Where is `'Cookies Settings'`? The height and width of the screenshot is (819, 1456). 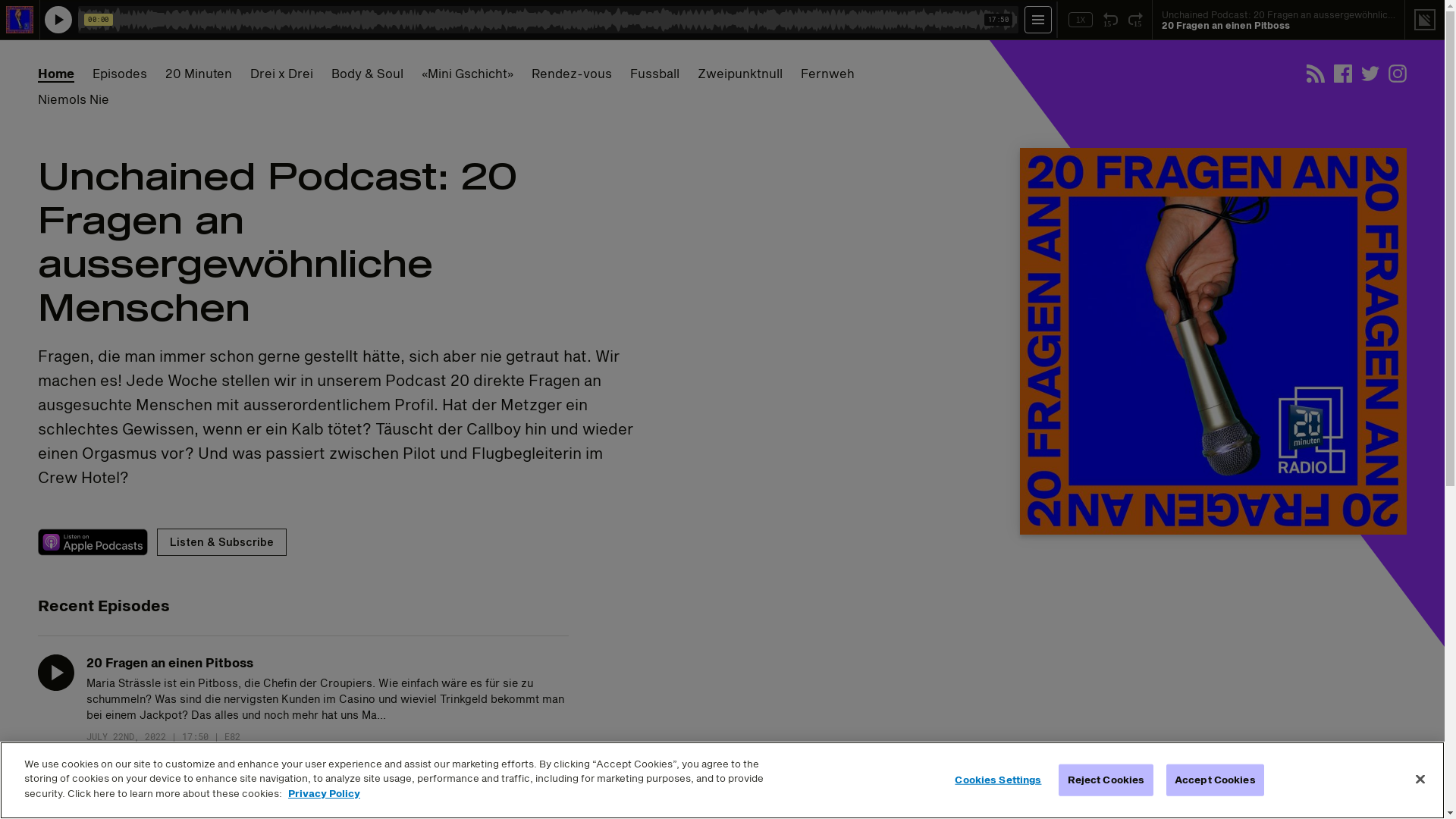 'Cookies Settings' is located at coordinates (998, 780).